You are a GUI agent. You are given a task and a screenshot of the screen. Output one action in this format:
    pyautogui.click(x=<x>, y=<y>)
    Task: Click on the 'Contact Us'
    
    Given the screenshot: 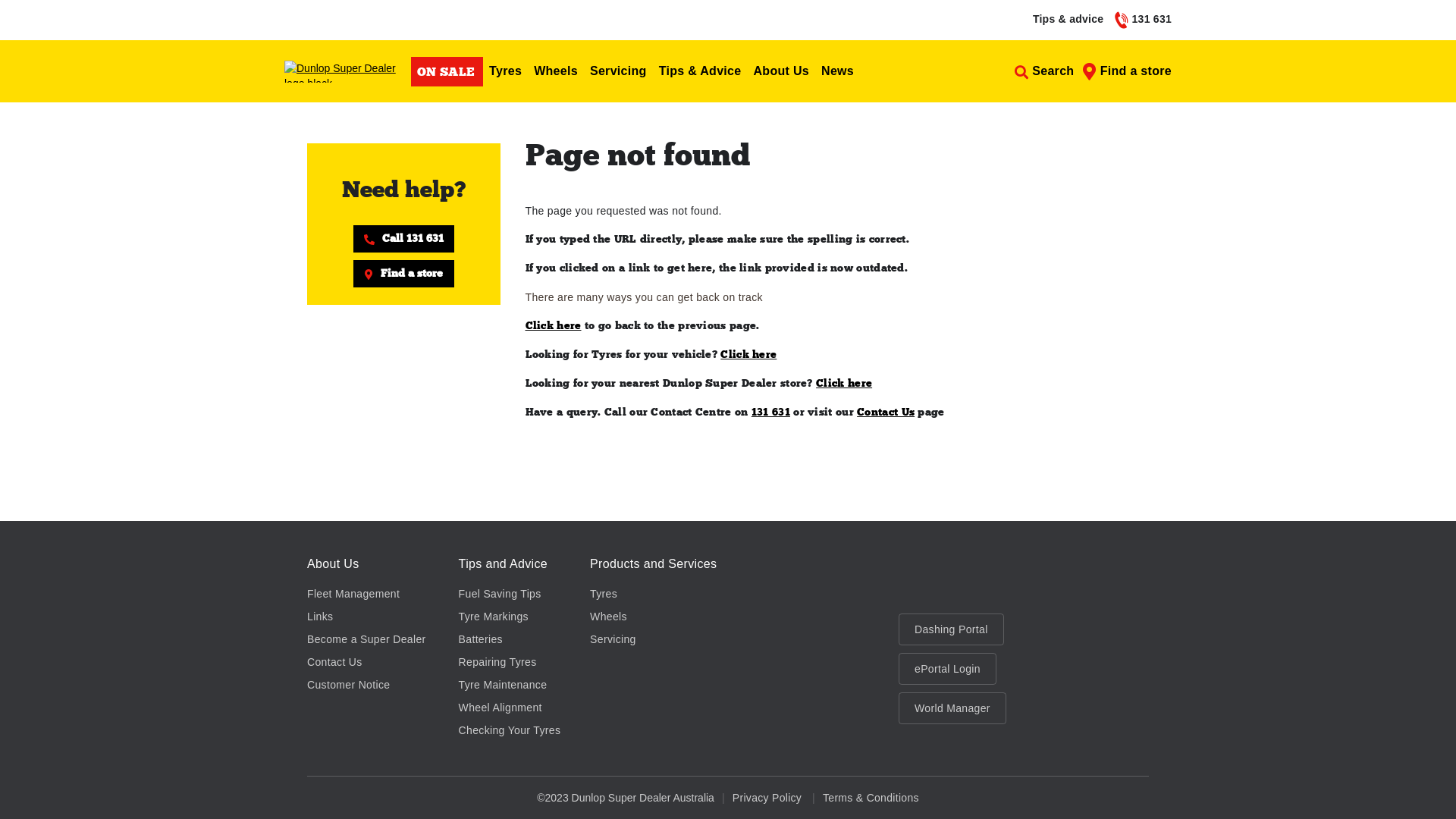 What is the action you would take?
    pyautogui.click(x=885, y=412)
    